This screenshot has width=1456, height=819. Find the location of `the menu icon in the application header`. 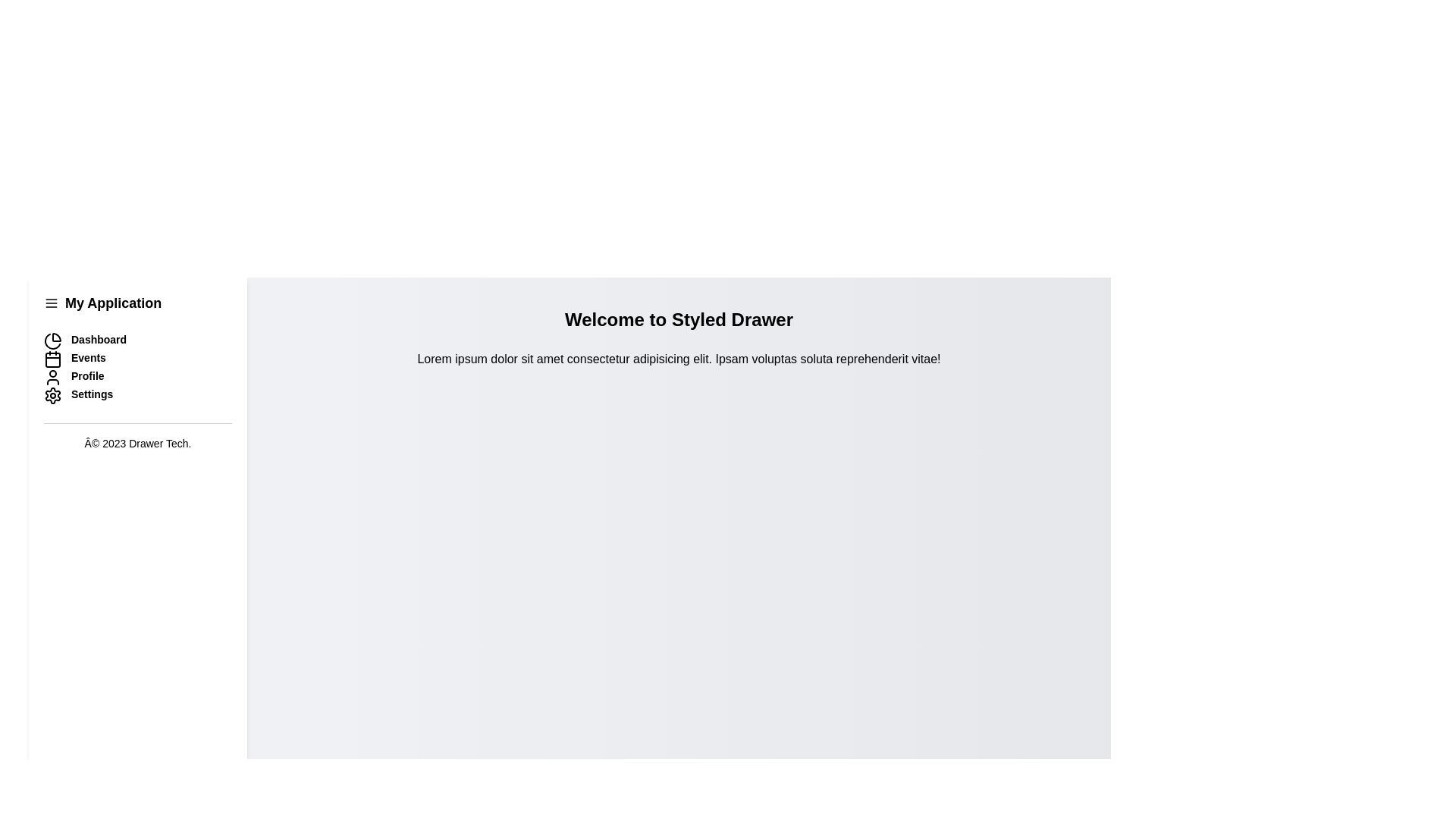

the menu icon in the application header is located at coordinates (51, 303).